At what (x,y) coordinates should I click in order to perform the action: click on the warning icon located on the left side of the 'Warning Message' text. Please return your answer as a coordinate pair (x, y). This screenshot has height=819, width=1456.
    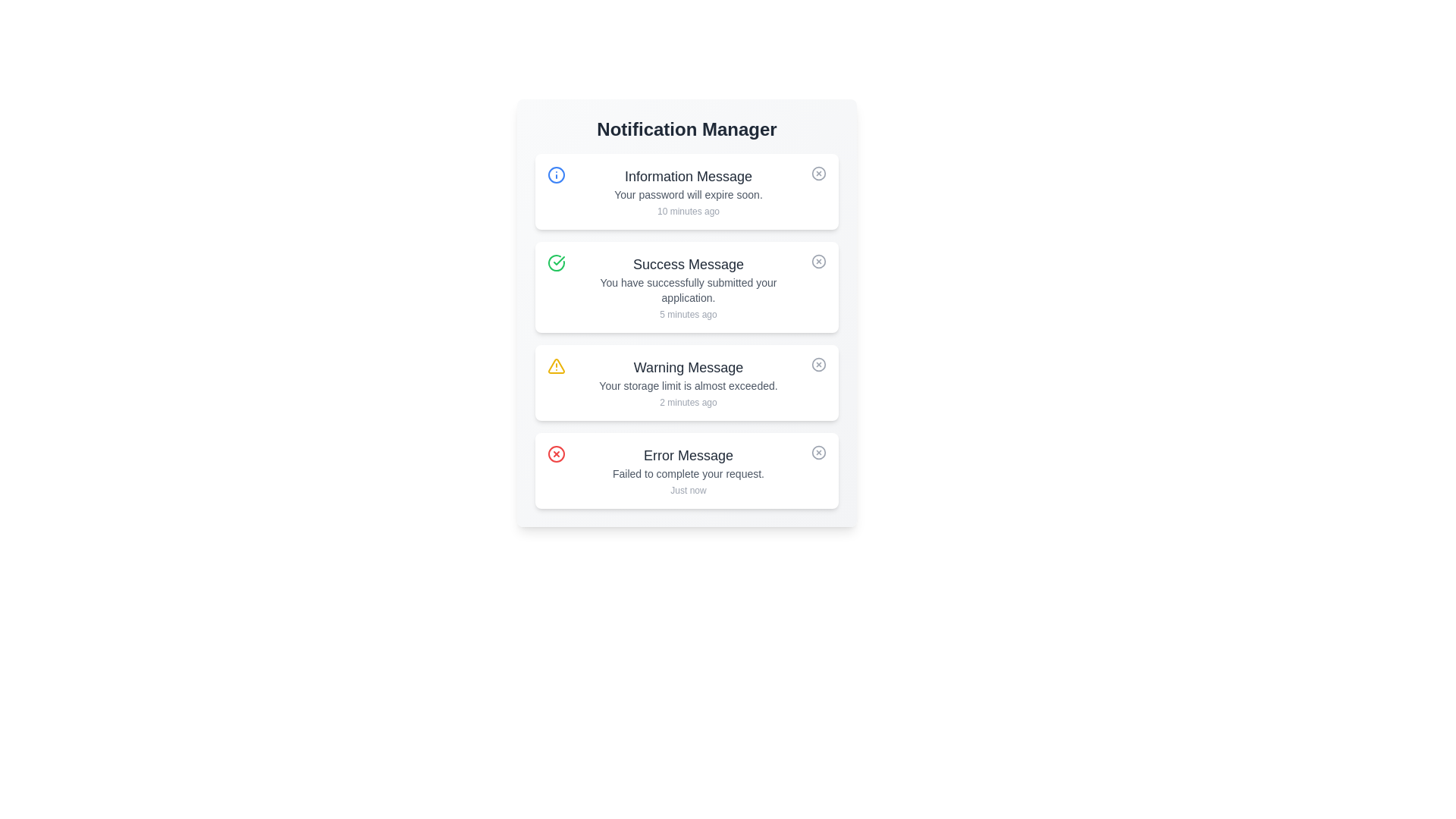
    Looking at the image, I should click on (556, 366).